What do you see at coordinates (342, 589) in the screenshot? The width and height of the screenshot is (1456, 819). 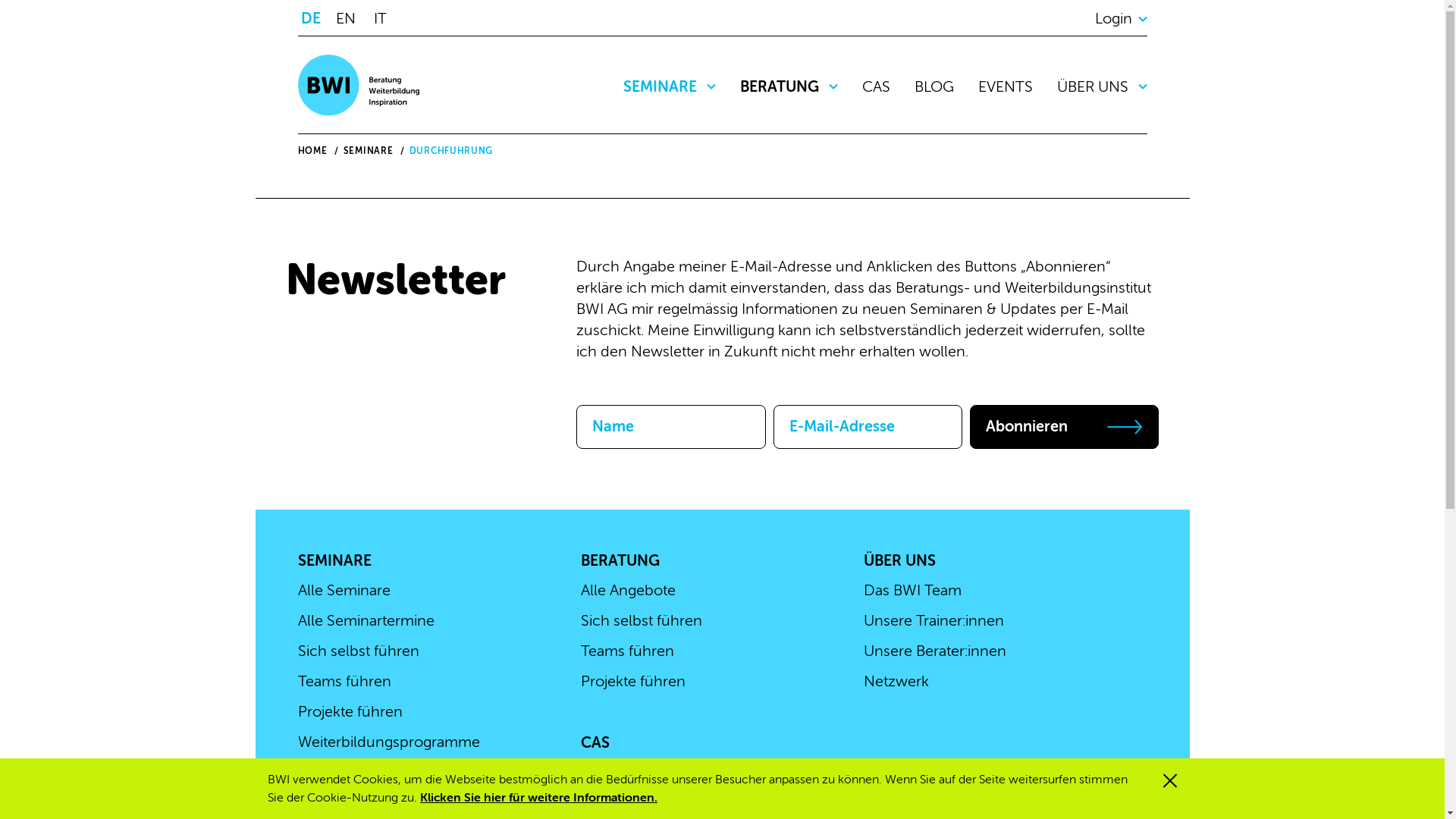 I see `'Alle Seminare'` at bounding box center [342, 589].